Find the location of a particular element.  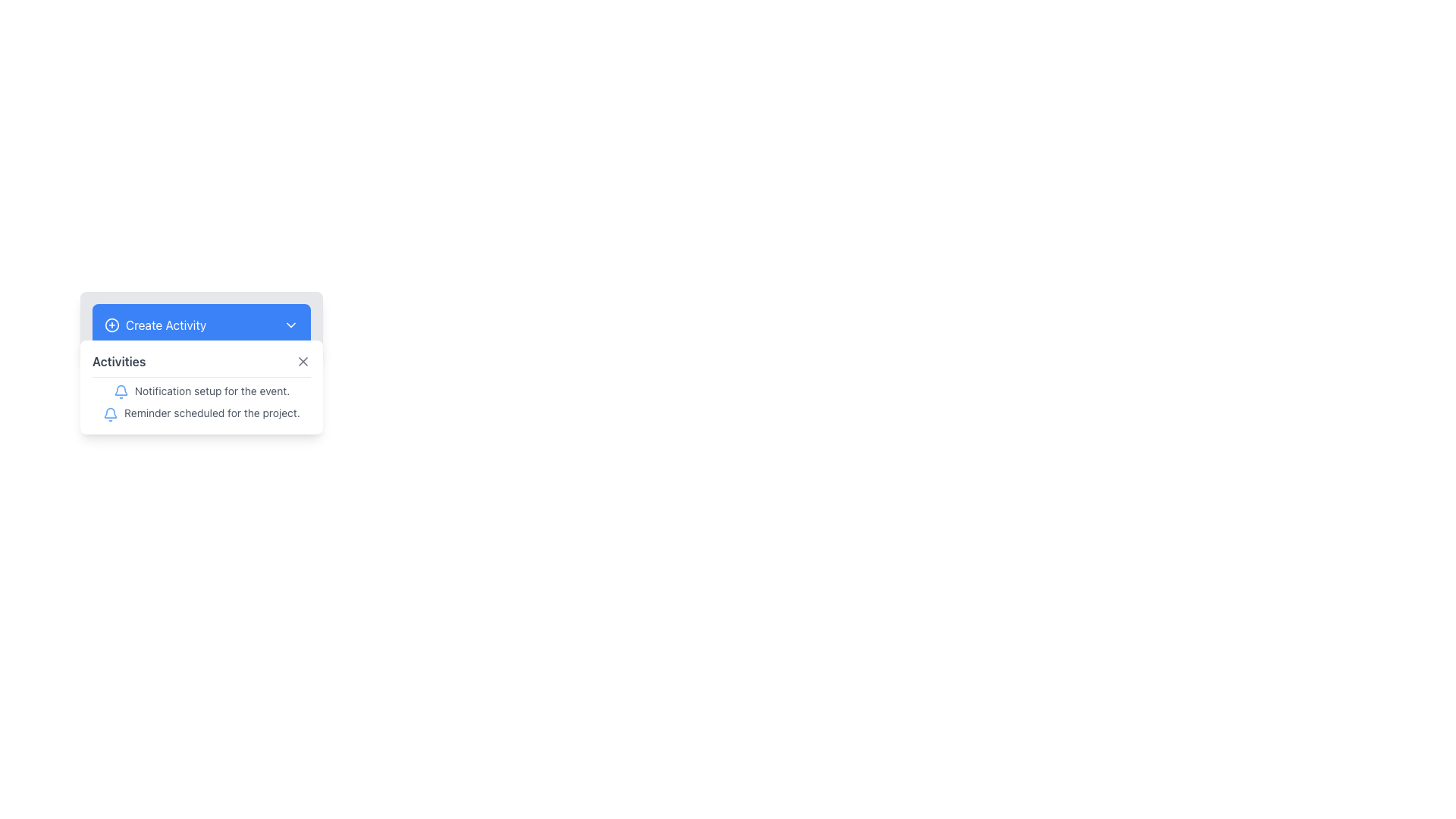

the Text block with inline icons that includes sentences about 'Notification setup for the event.' and 'Reminder scheduled for the project.' is located at coordinates (200, 402).